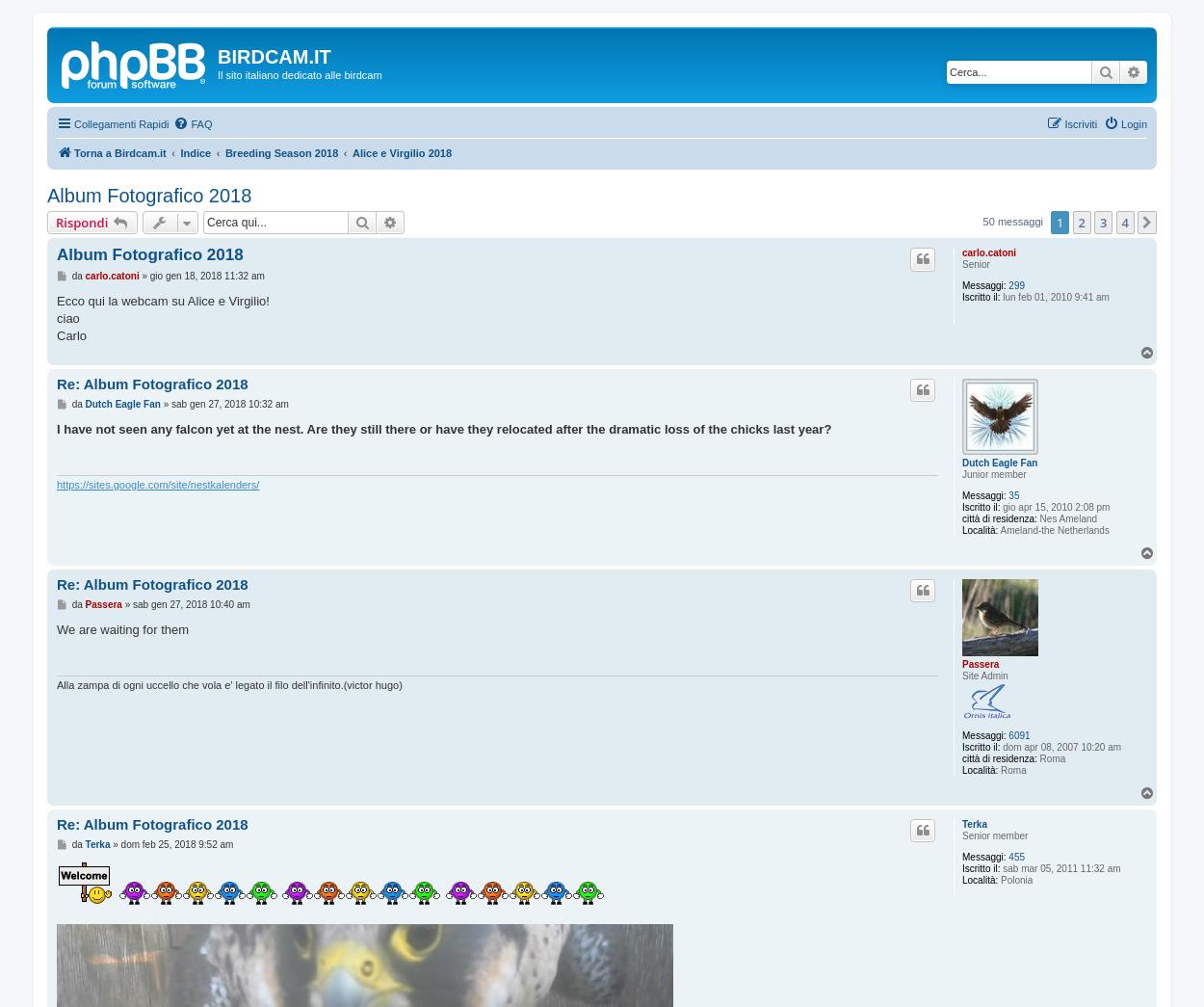  Describe the element at coordinates (122, 628) in the screenshot. I see `'We are waiting  for them'` at that location.